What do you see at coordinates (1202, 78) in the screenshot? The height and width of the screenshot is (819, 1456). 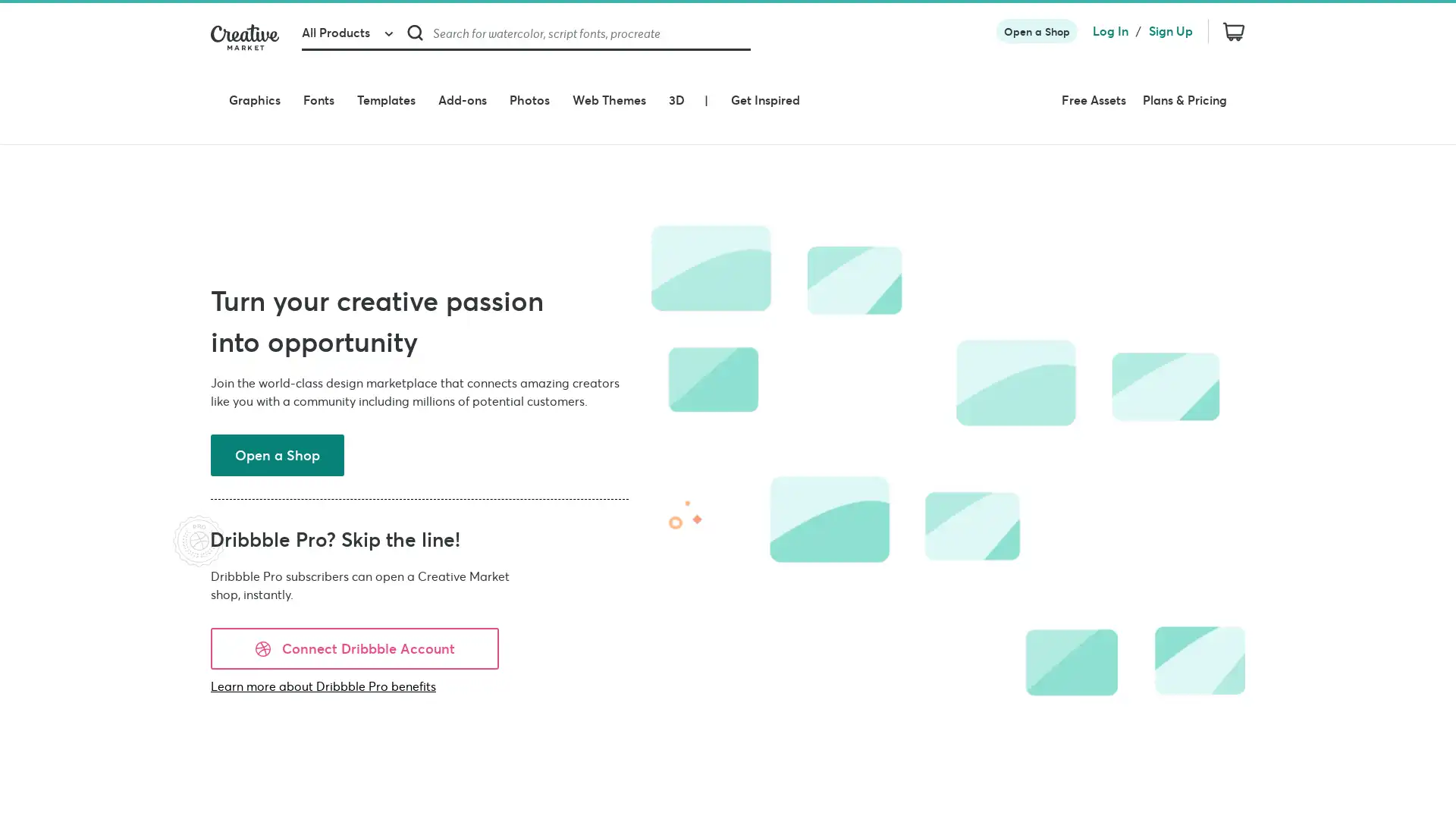 I see `Plans & Pricing` at bounding box center [1202, 78].